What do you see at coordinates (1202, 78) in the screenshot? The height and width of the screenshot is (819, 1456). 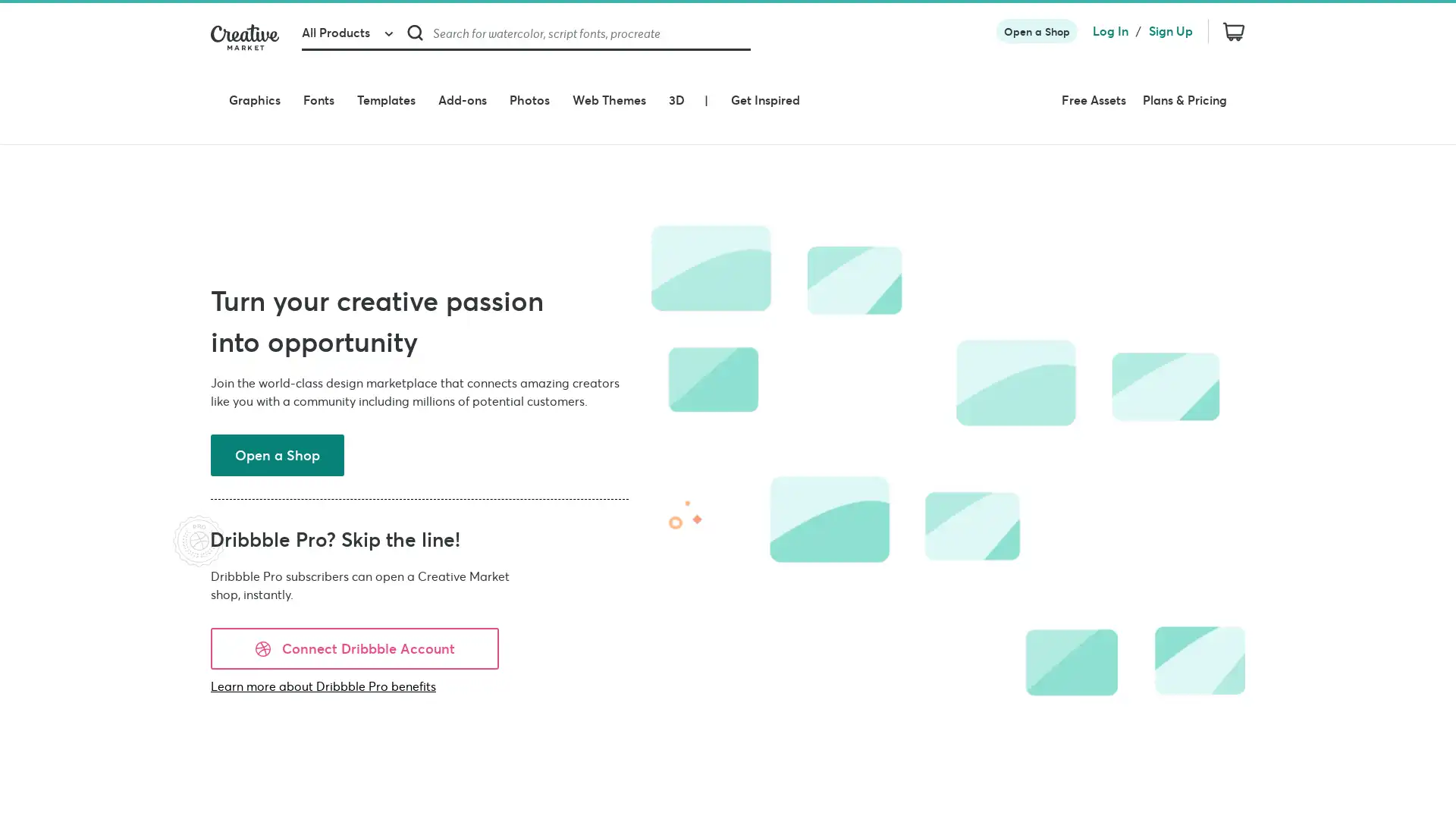 I see `Plans & Pricing` at bounding box center [1202, 78].